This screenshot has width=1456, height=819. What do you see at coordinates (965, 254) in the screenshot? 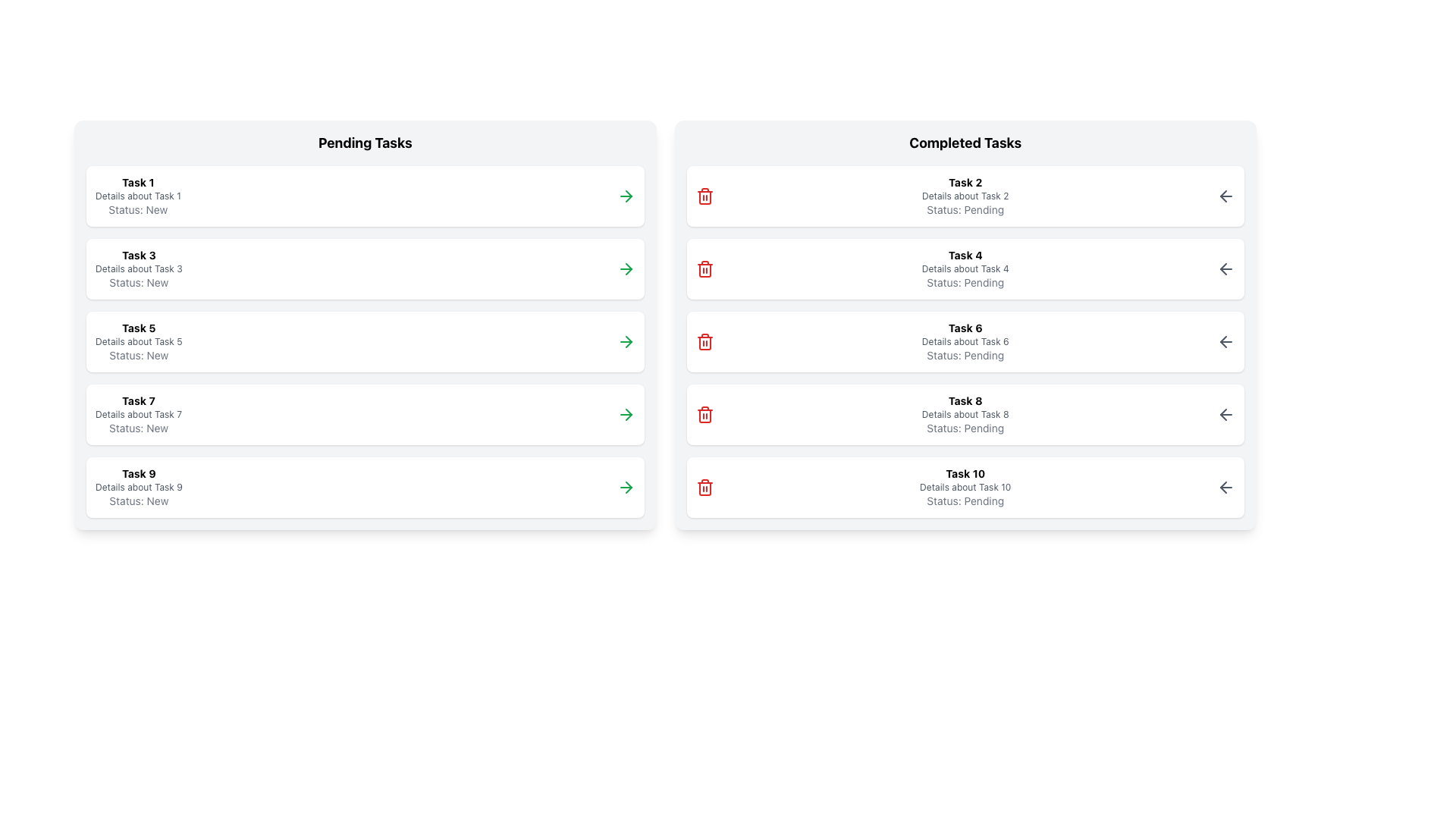
I see `text displayed in the bold 'Task 4' label, which is the first line of text in the second card under 'Completed Tasks' in the right-hand column` at bounding box center [965, 254].